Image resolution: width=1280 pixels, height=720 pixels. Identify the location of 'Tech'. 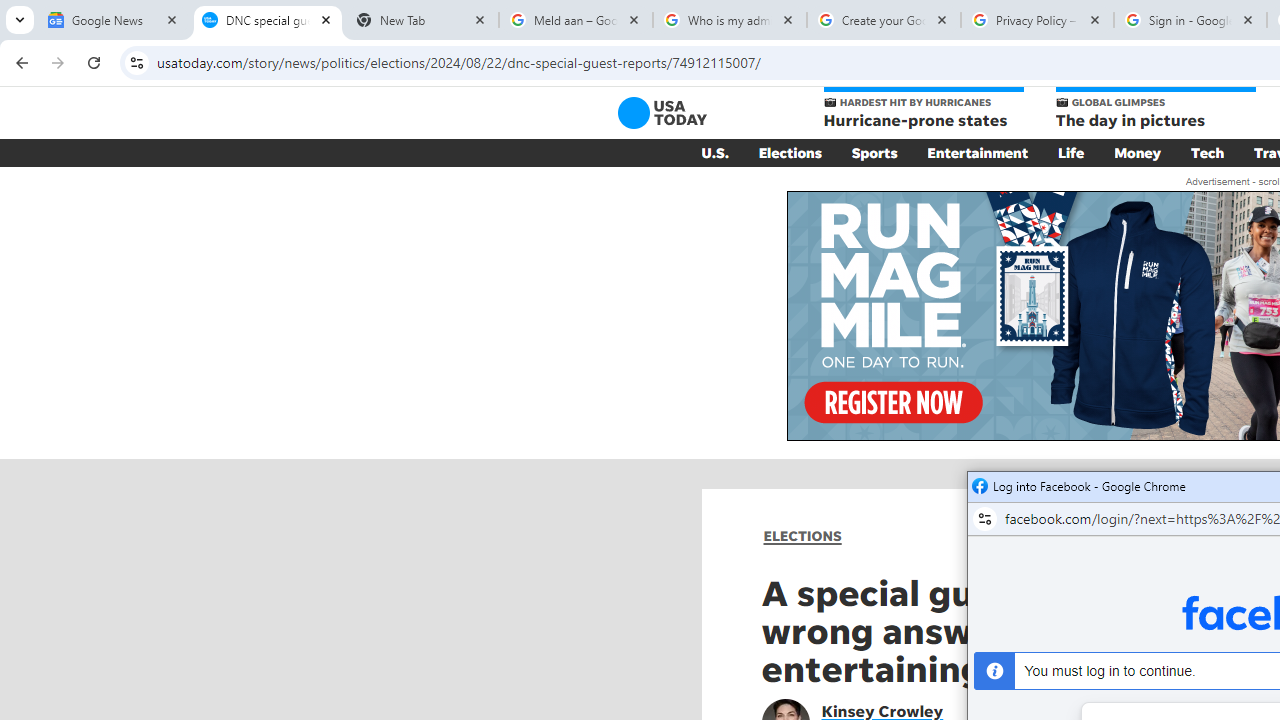
(1206, 152).